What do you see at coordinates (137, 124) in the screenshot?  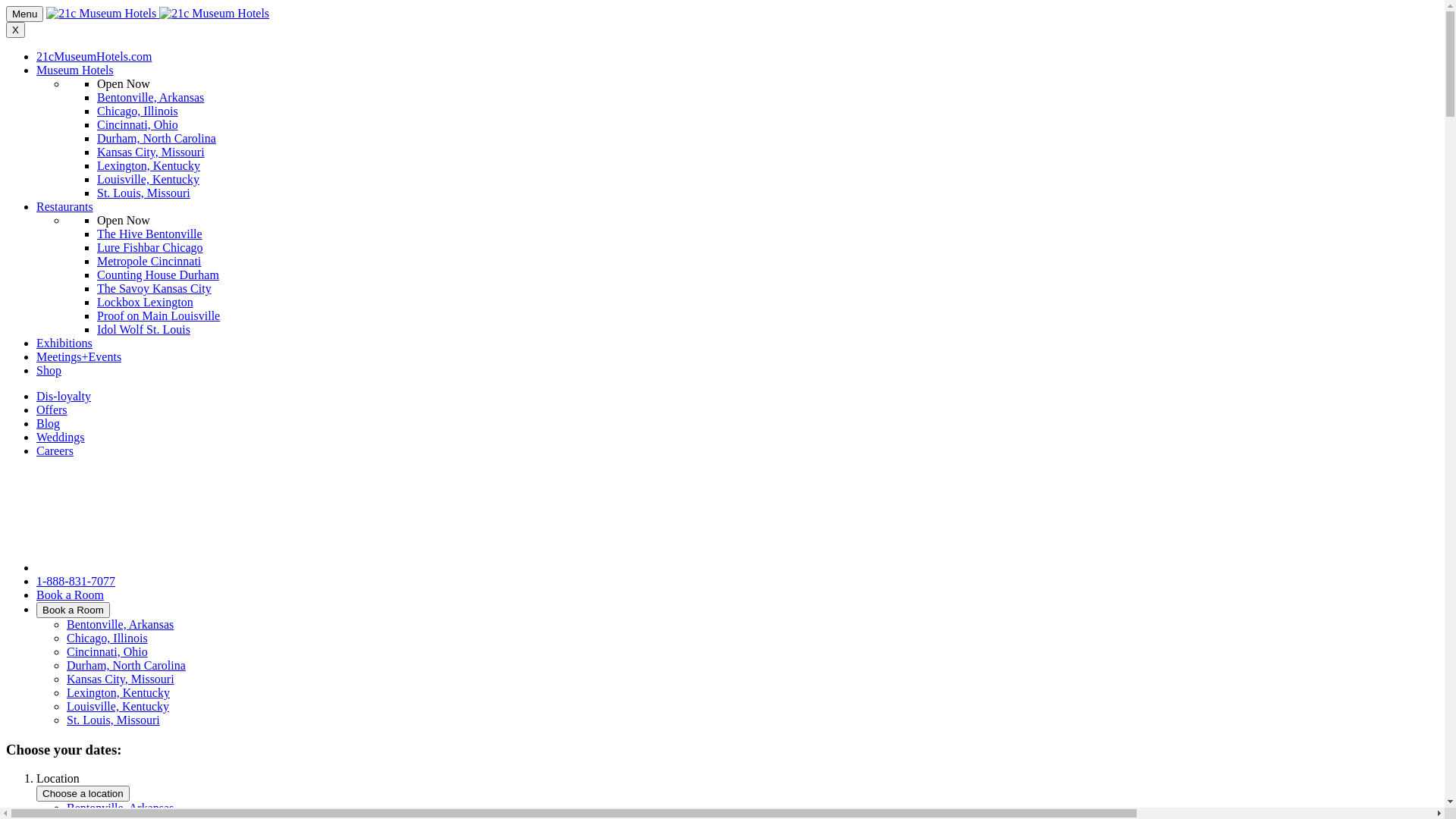 I see `'Cincinnati, Ohio'` at bounding box center [137, 124].